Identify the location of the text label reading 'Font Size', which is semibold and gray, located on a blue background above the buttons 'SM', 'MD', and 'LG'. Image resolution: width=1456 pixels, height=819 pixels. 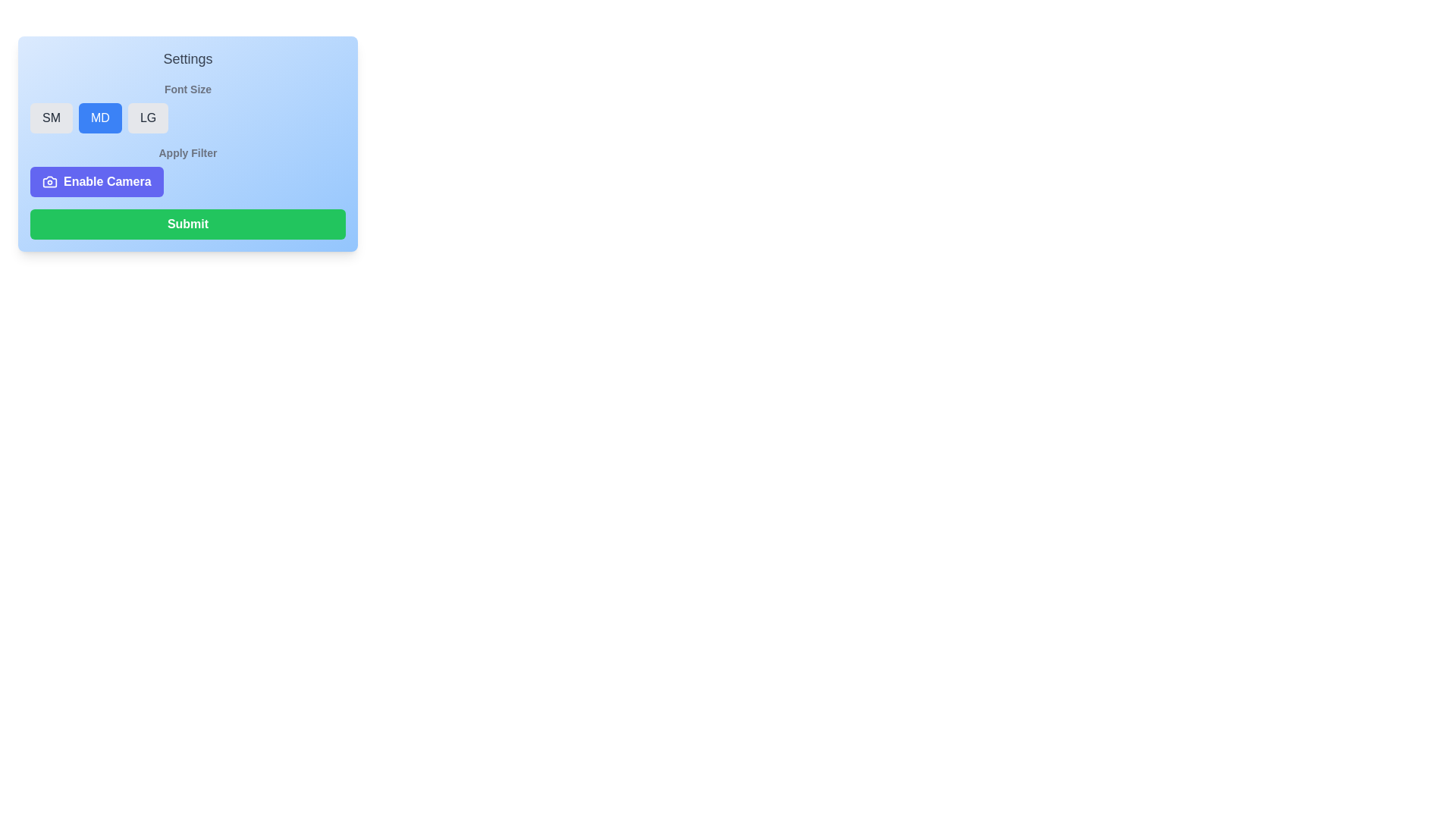
(187, 89).